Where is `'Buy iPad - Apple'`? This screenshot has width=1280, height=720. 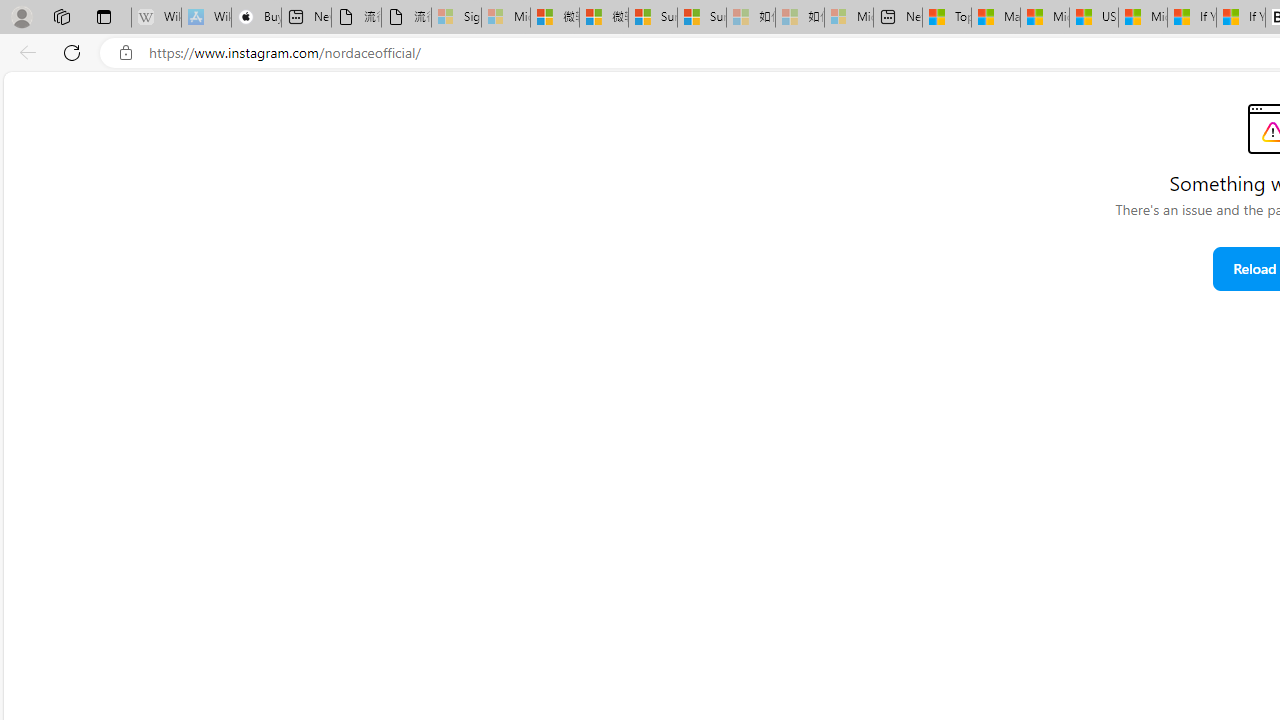
'Buy iPad - Apple' is located at coordinates (255, 17).